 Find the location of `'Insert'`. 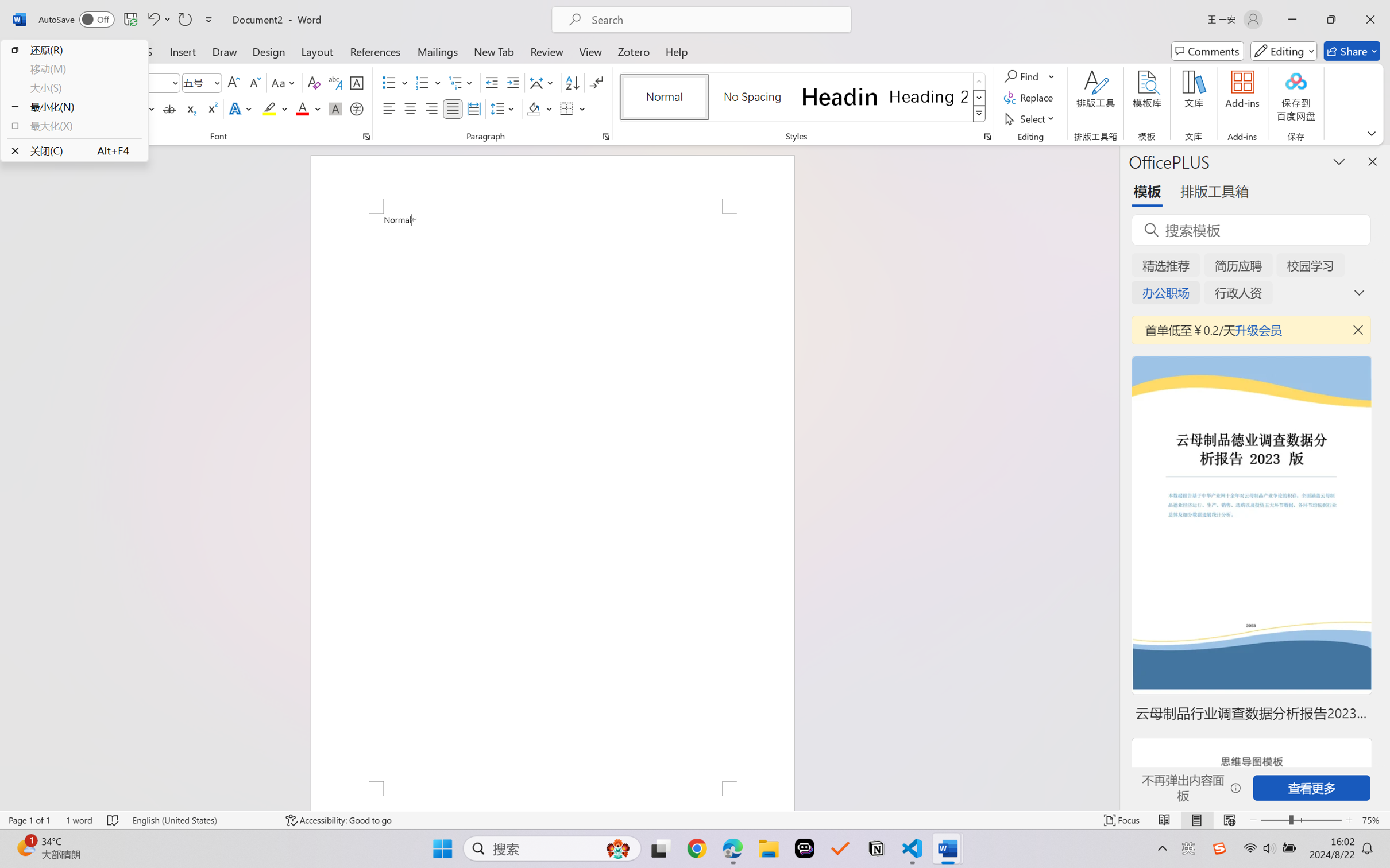

'Insert' is located at coordinates (182, 51).